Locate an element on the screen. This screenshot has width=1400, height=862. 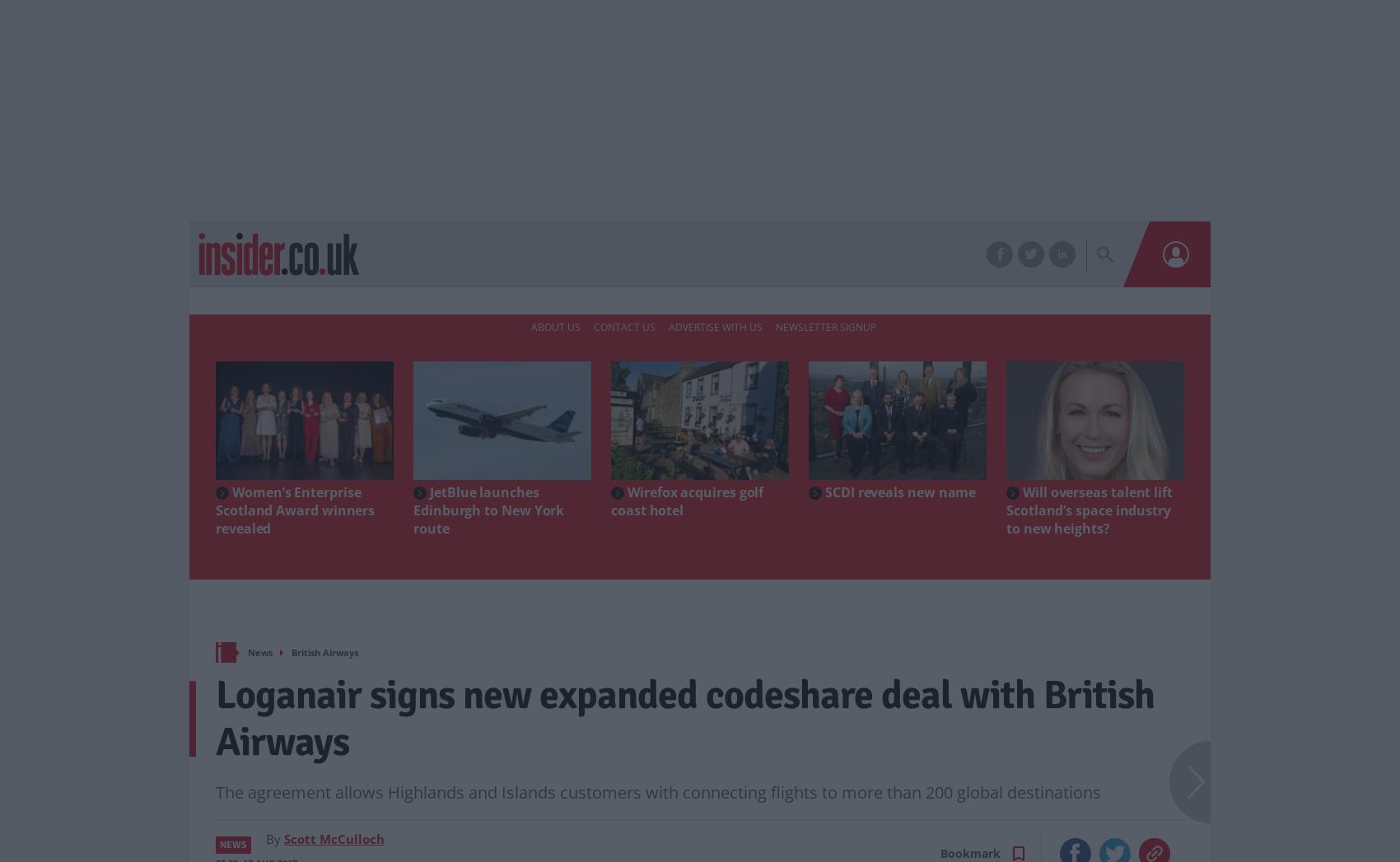
'Contact Us' is located at coordinates (623, 326).